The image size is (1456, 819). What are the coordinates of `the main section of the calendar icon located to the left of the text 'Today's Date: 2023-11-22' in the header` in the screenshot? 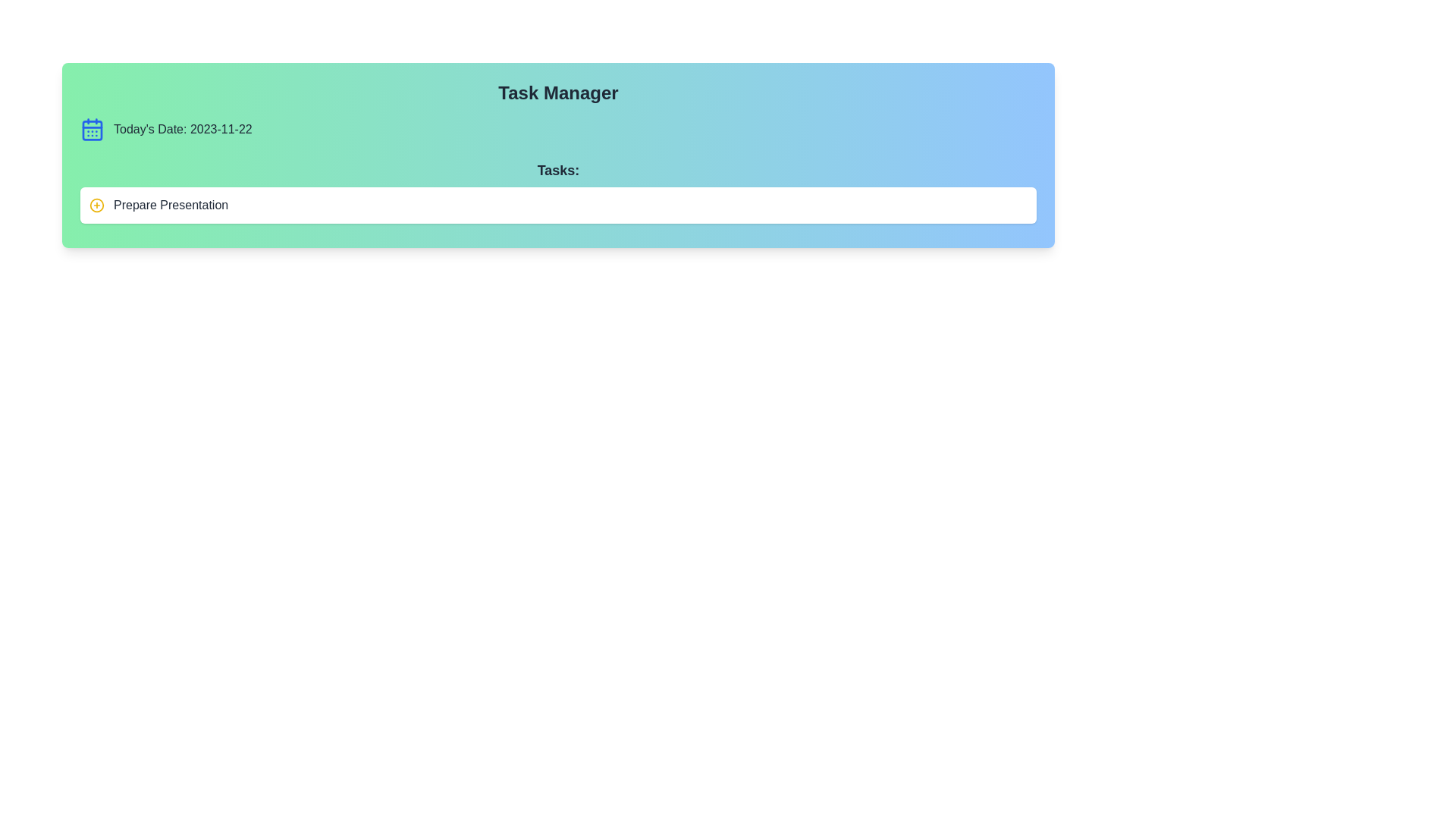 It's located at (91, 130).